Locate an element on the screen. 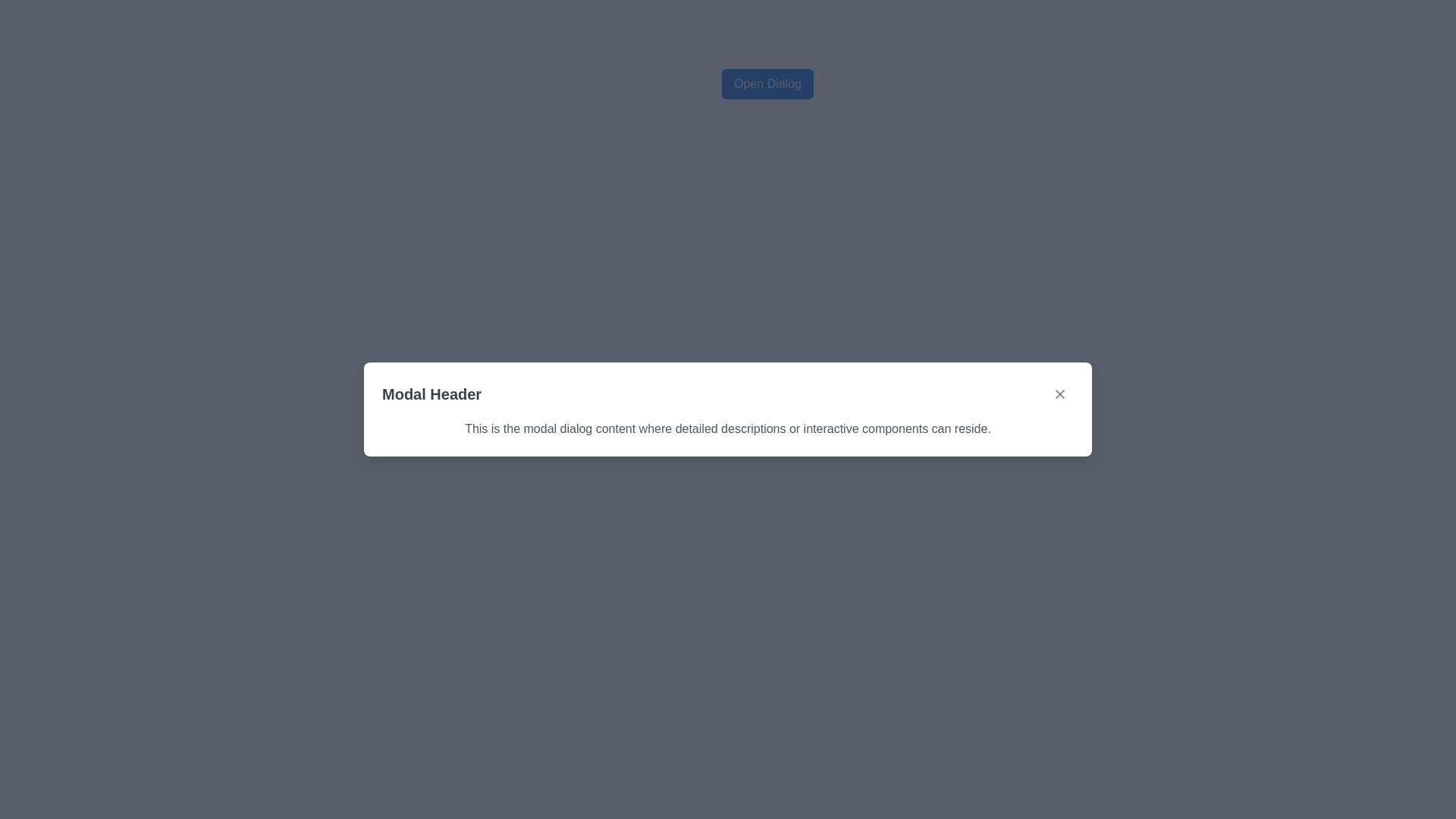 This screenshot has width=1456, height=819. the close button located in the top-right corner of the white modal dialog box is located at coordinates (1059, 394).